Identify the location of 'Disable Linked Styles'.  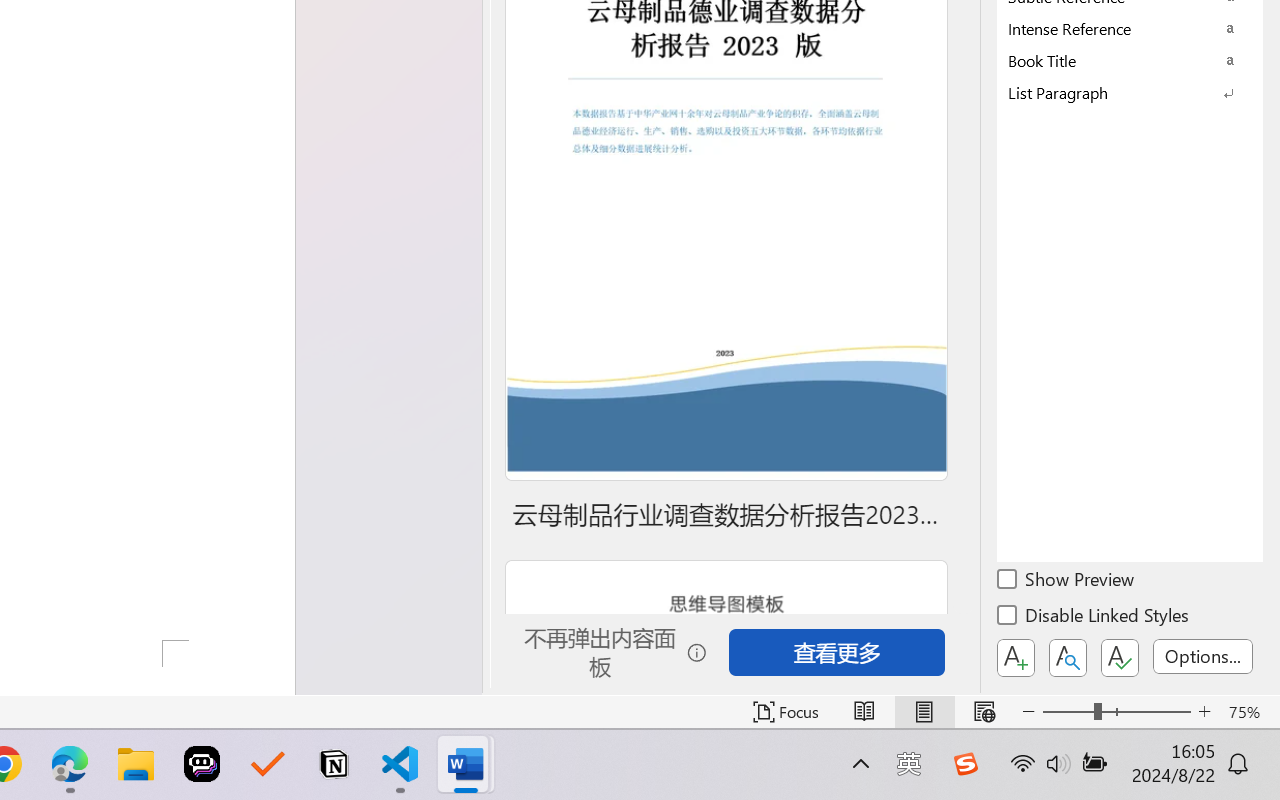
(1094, 618).